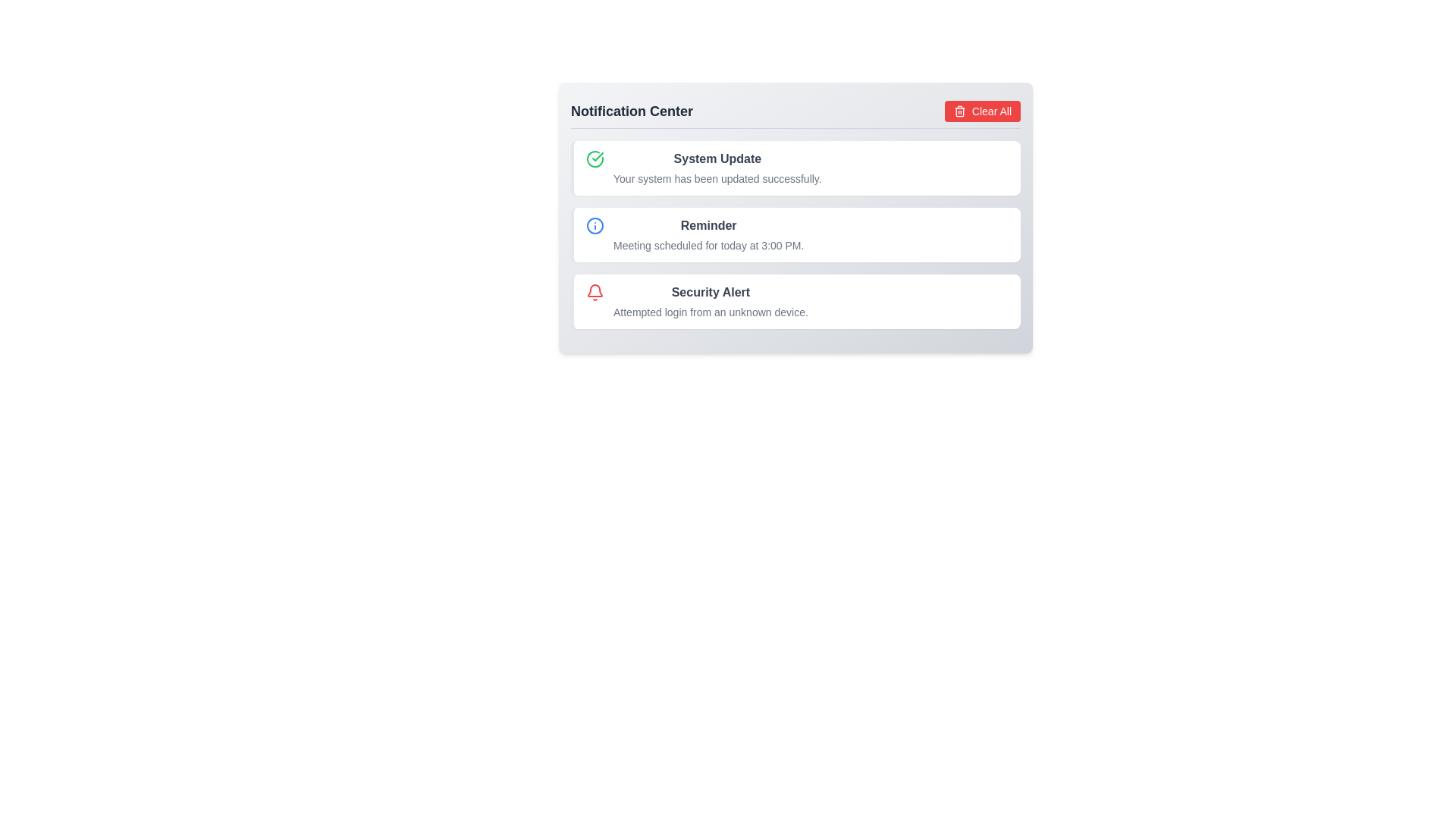  What do you see at coordinates (717, 168) in the screenshot?
I see `the notification label indicating the success of the update process, located in the first notification card of the notification center` at bounding box center [717, 168].